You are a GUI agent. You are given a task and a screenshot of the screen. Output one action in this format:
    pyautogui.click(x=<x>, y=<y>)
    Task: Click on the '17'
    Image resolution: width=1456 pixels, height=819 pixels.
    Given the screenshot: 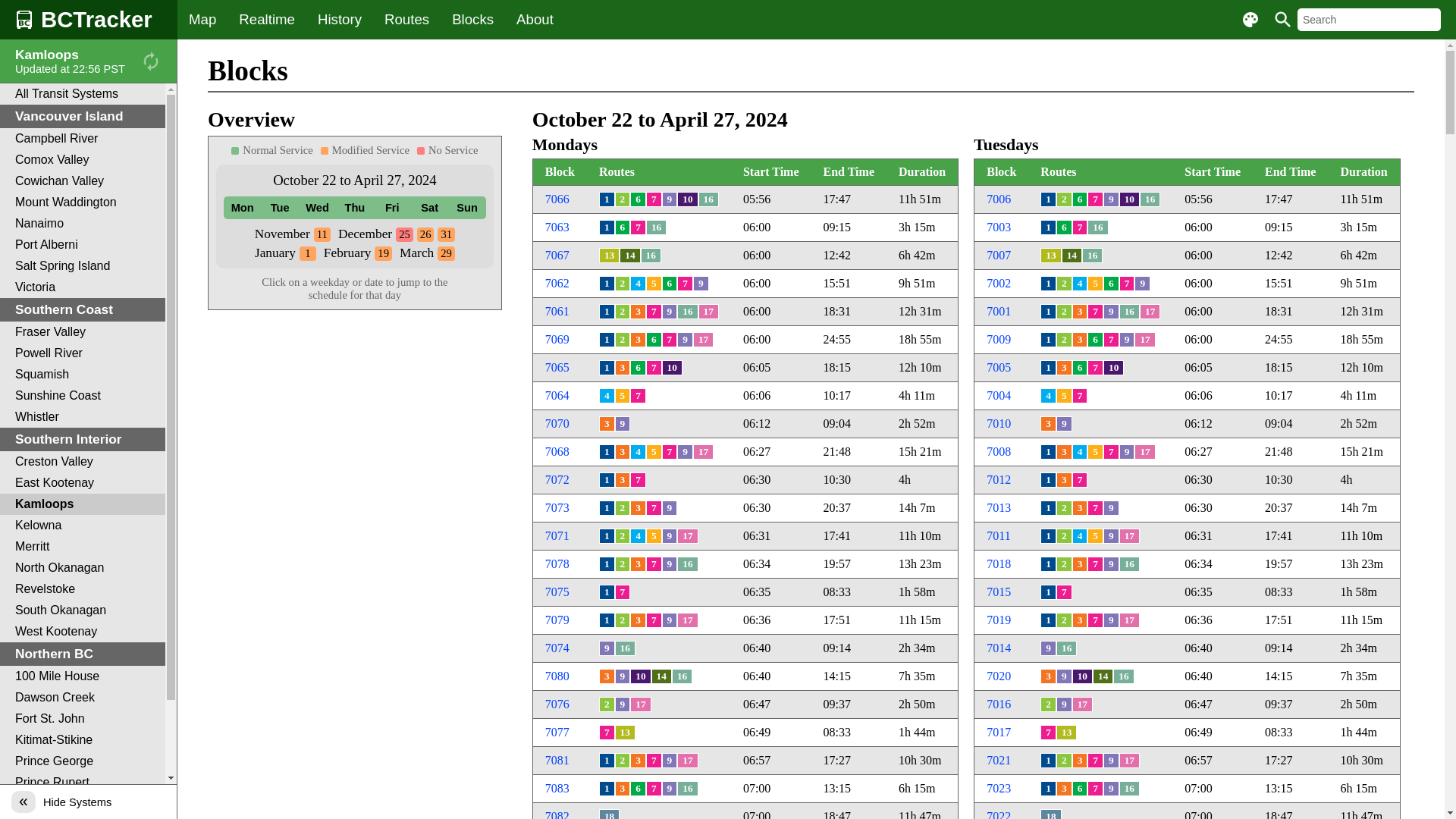 What is the action you would take?
    pyautogui.click(x=702, y=451)
    